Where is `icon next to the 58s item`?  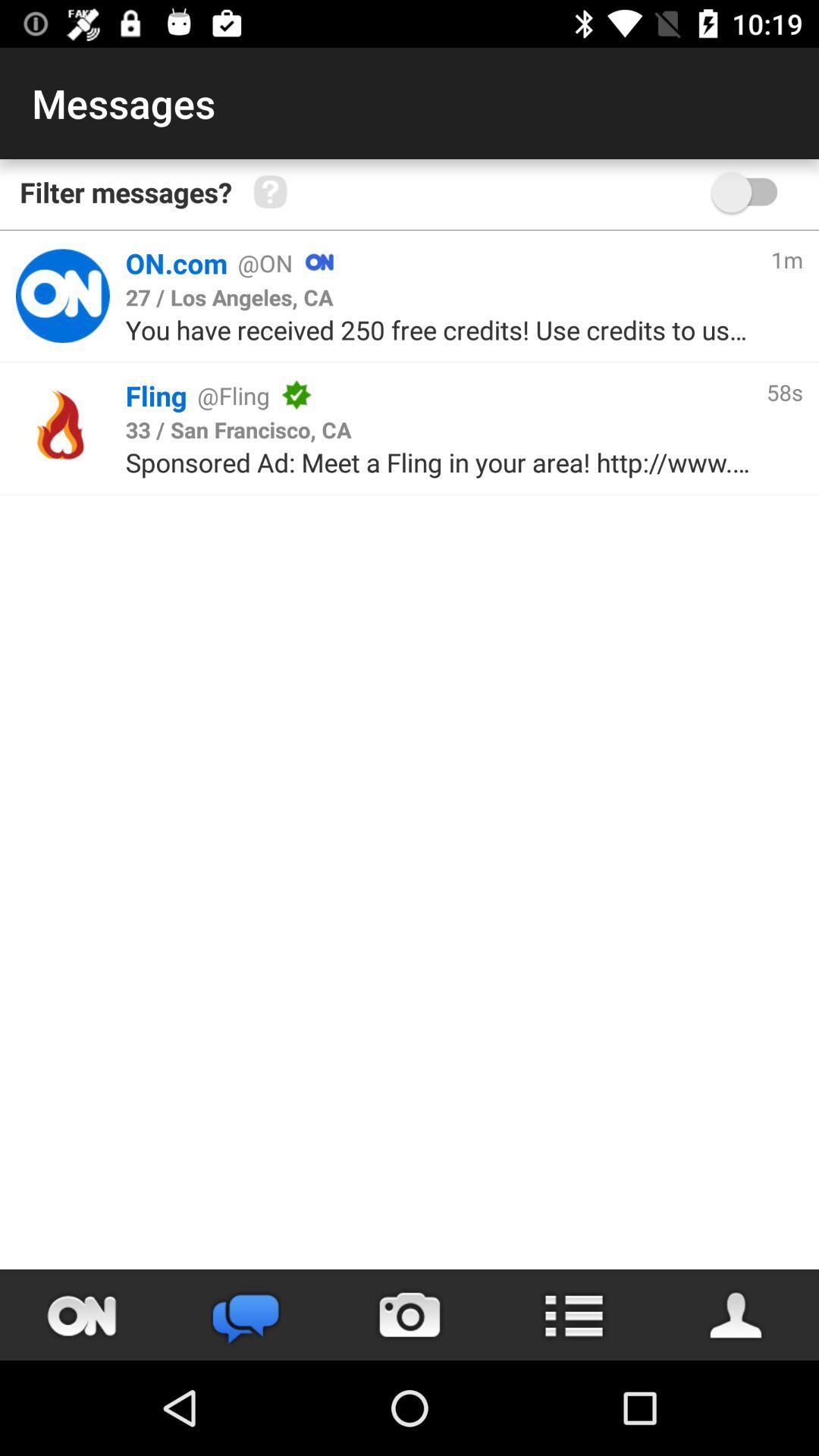 icon next to the 58s item is located at coordinates (530, 395).